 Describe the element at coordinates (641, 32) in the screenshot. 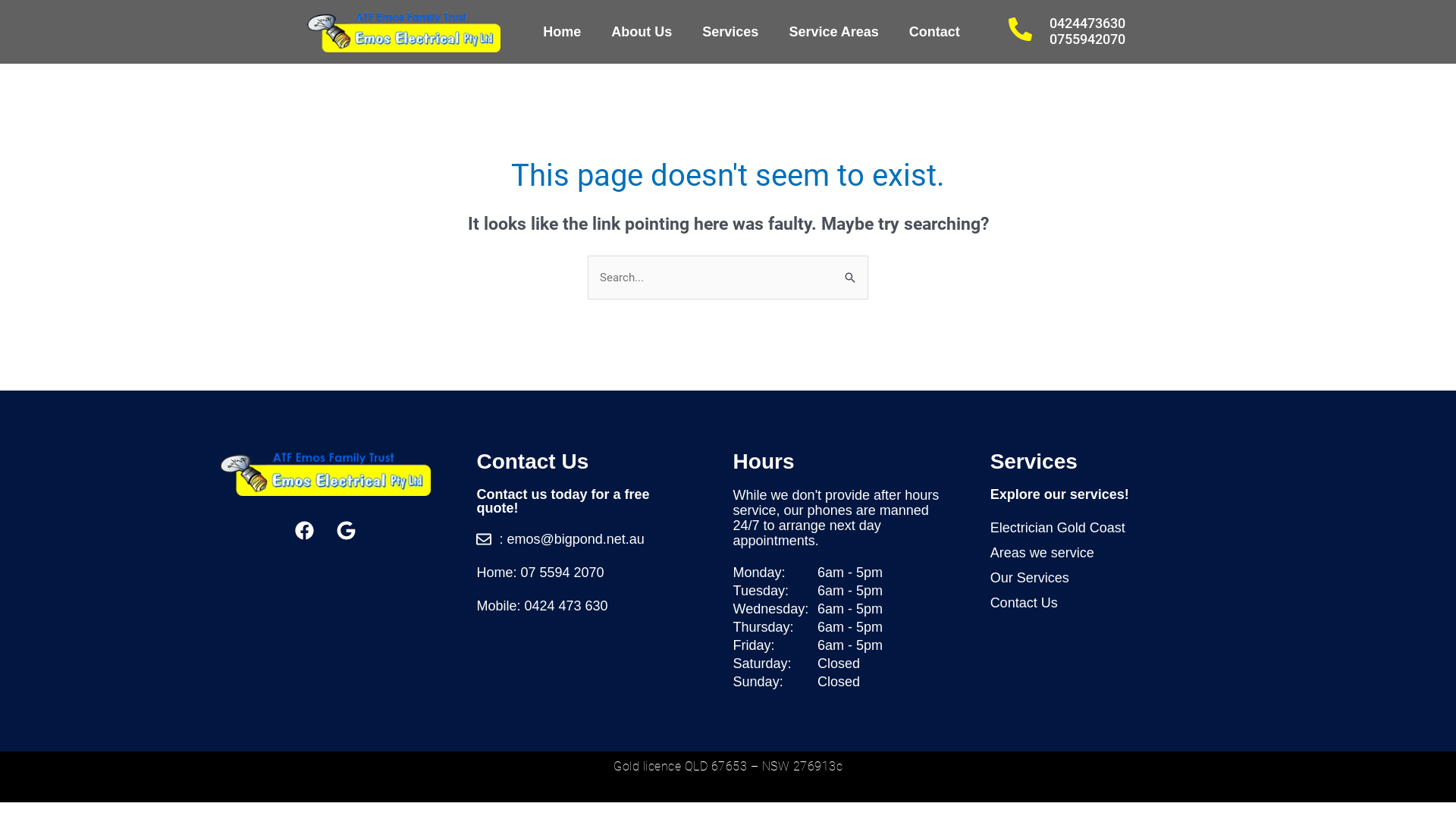

I see `'About Us'` at that location.